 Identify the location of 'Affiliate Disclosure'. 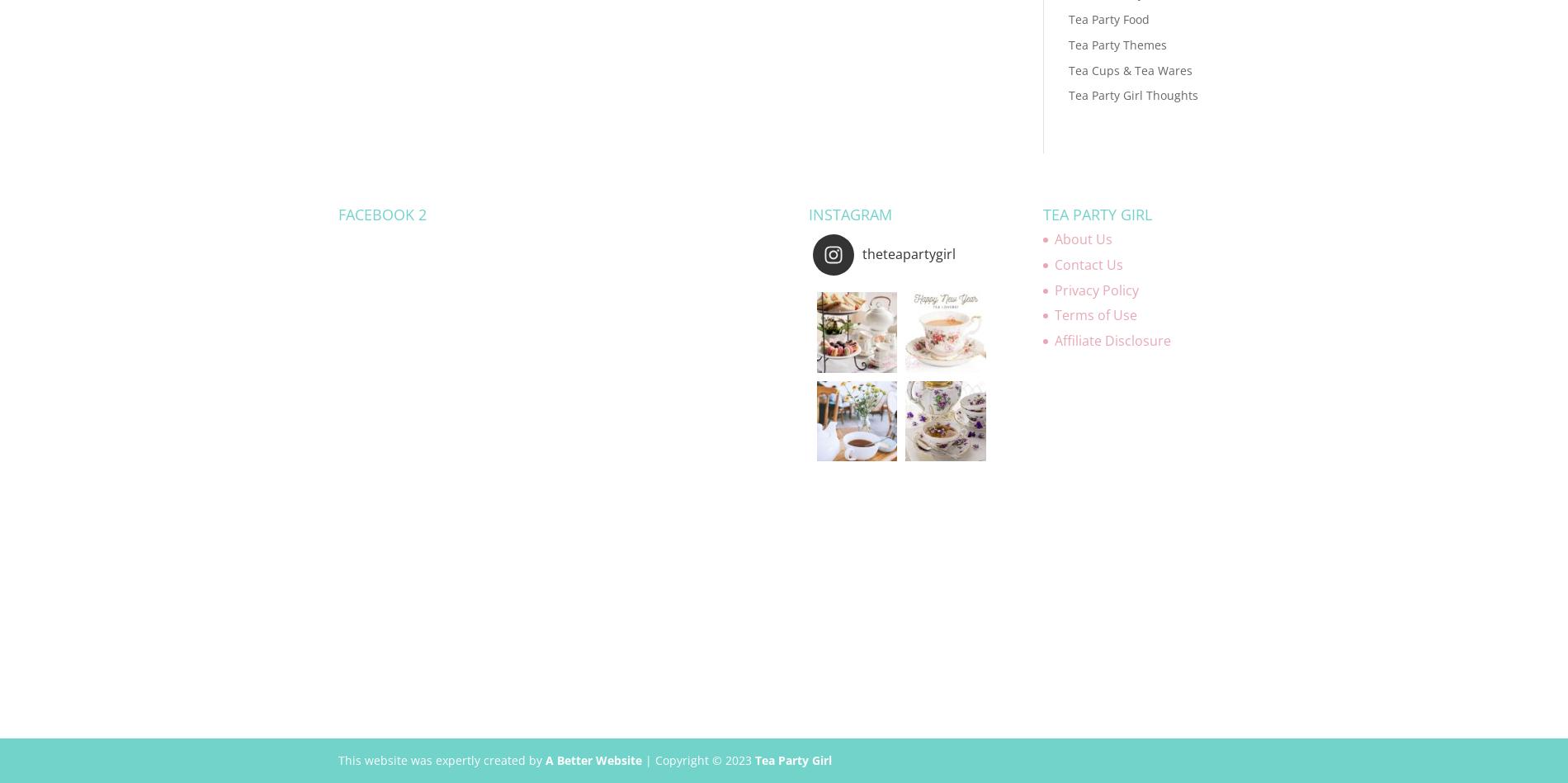
(1053, 341).